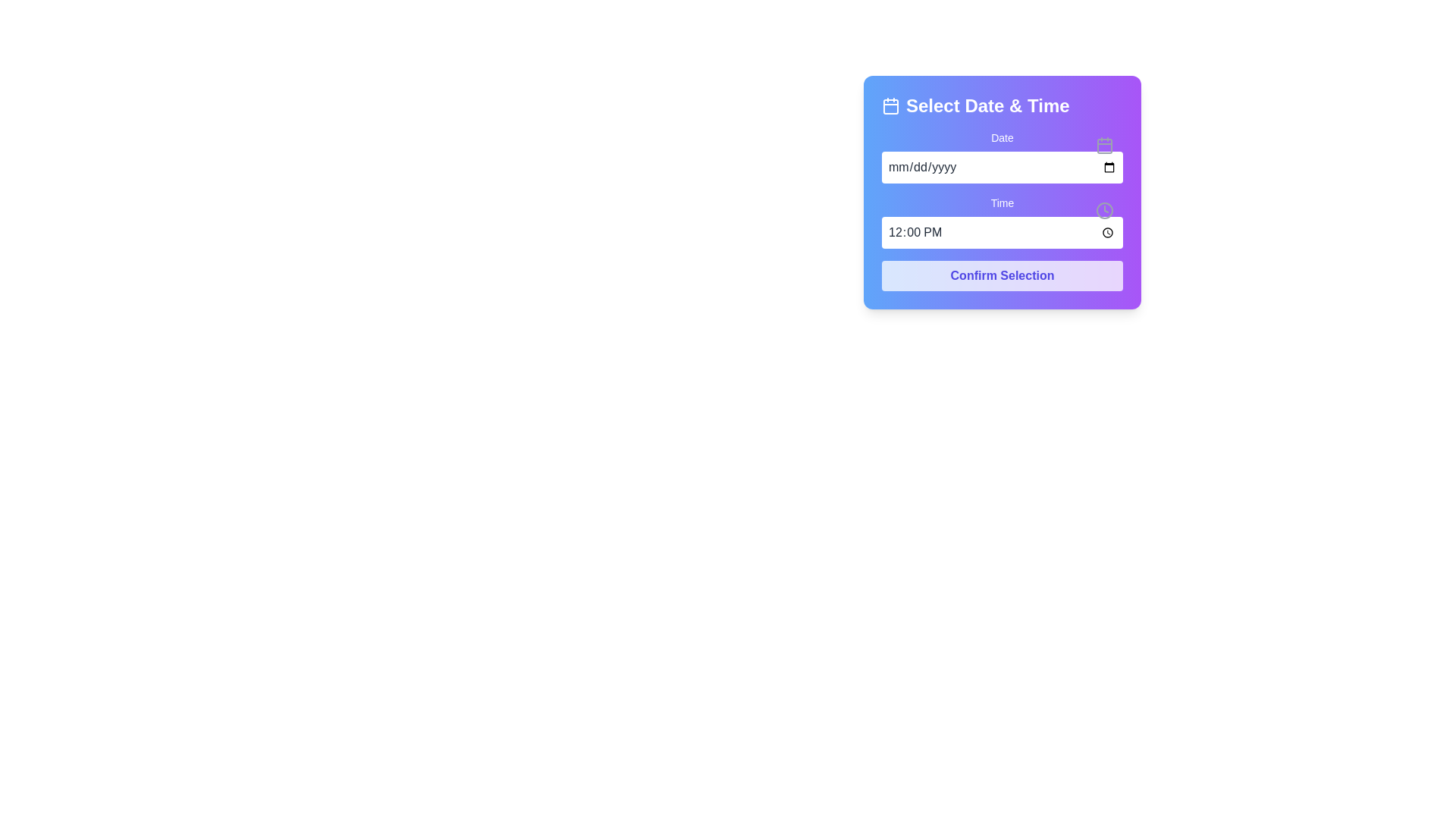 This screenshot has height=819, width=1456. I want to click on the rounded rectangular component within the calendar icon located to the left of the 'Select Date & Time' header text, so click(891, 106).